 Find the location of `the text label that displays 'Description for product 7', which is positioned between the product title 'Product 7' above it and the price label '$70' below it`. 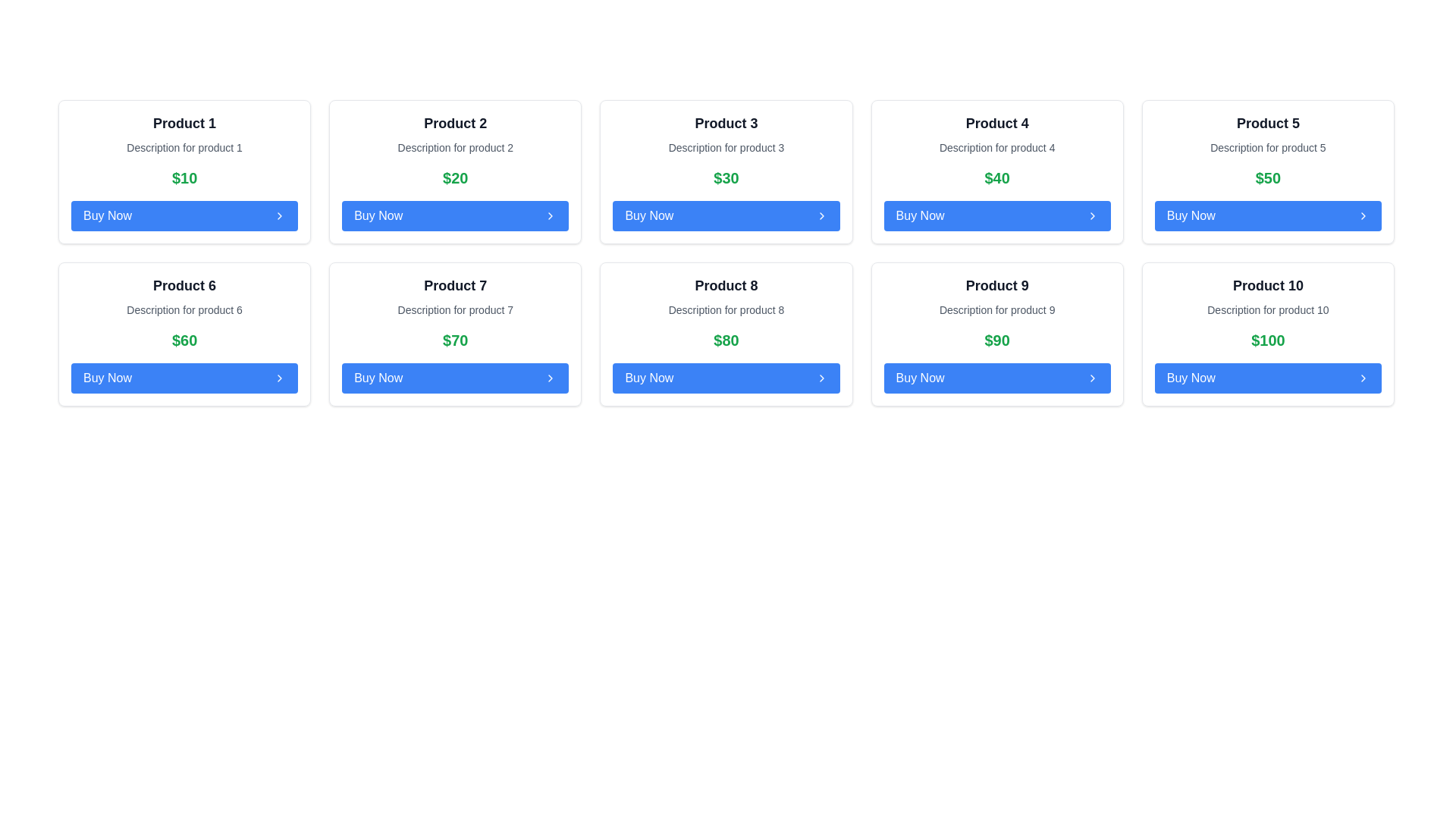

the text label that displays 'Description for product 7', which is positioned between the product title 'Product 7' above it and the price label '$70' below it is located at coordinates (454, 309).